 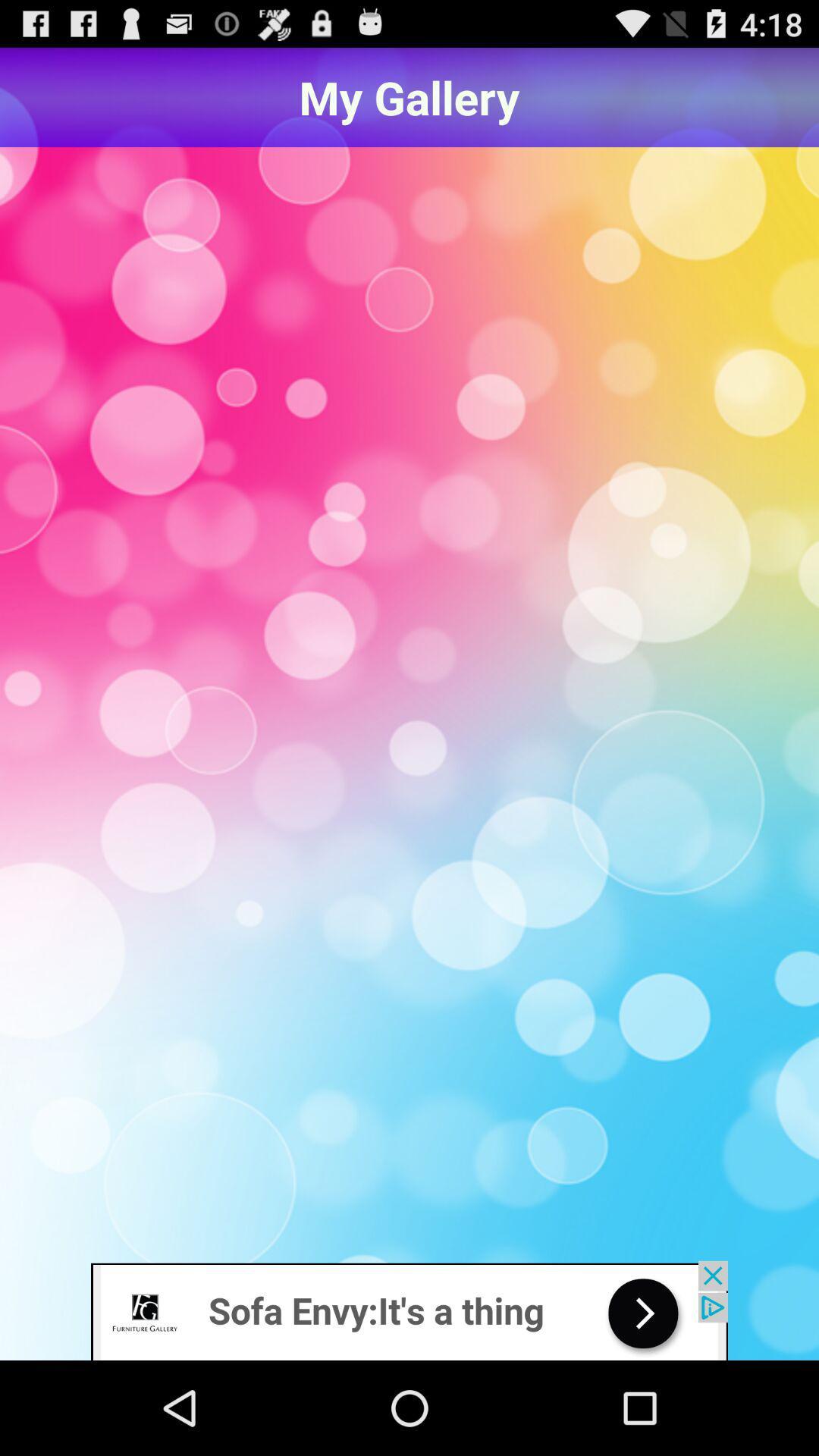 I want to click on visit furniture website, so click(x=409, y=1310).